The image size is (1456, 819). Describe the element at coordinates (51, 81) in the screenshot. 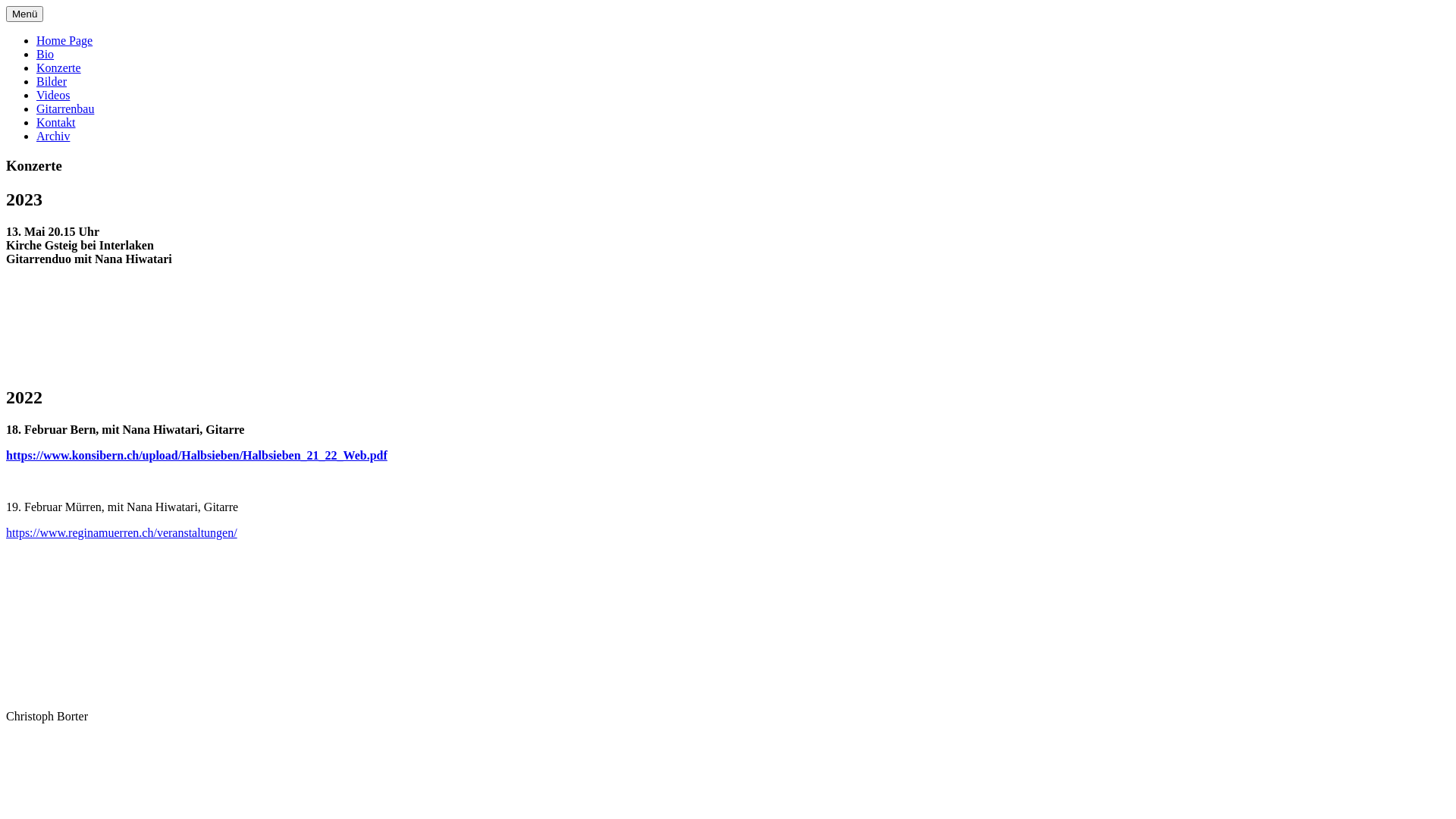

I see `'Bilder'` at that location.